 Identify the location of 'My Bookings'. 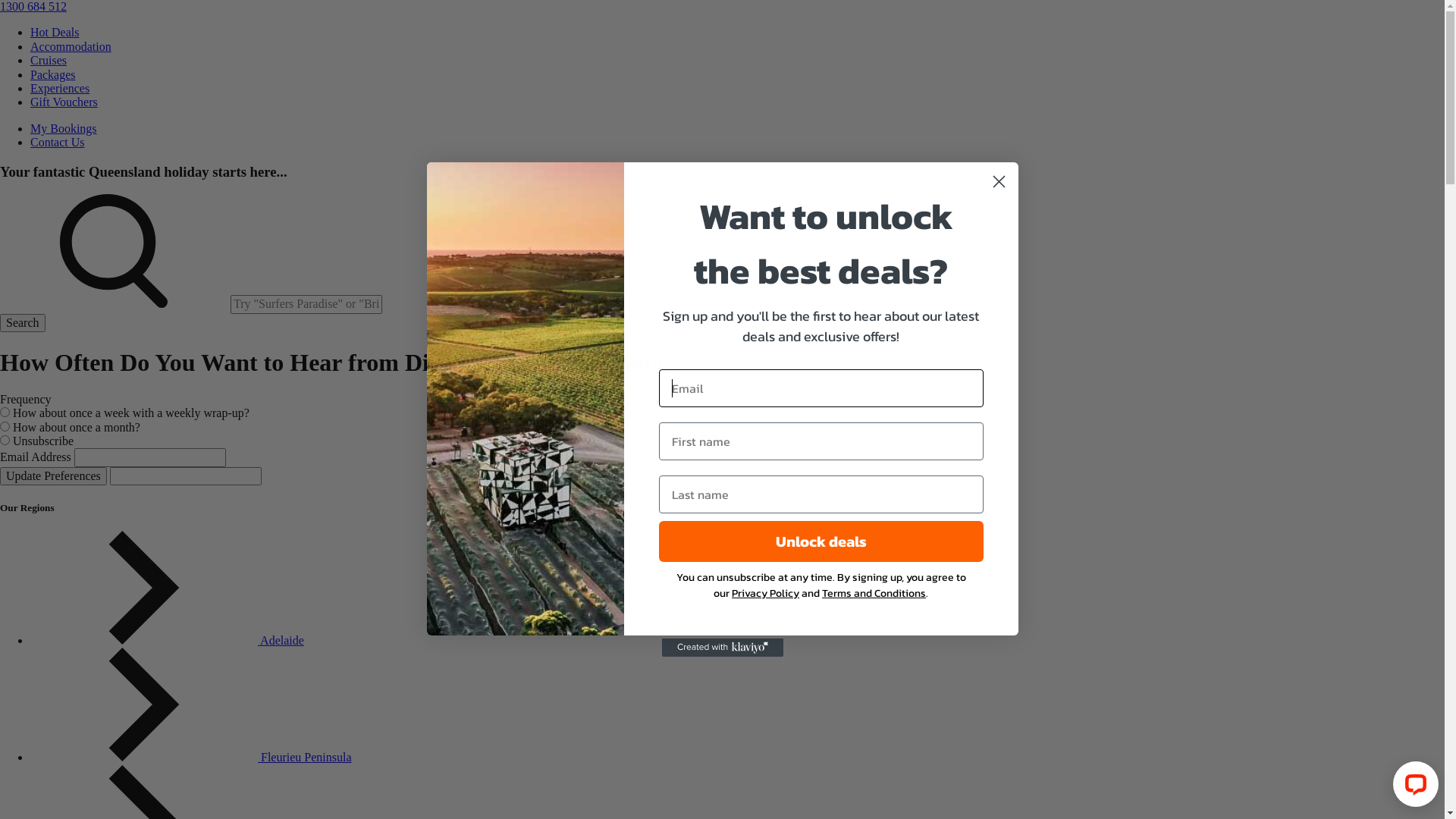
(30, 127).